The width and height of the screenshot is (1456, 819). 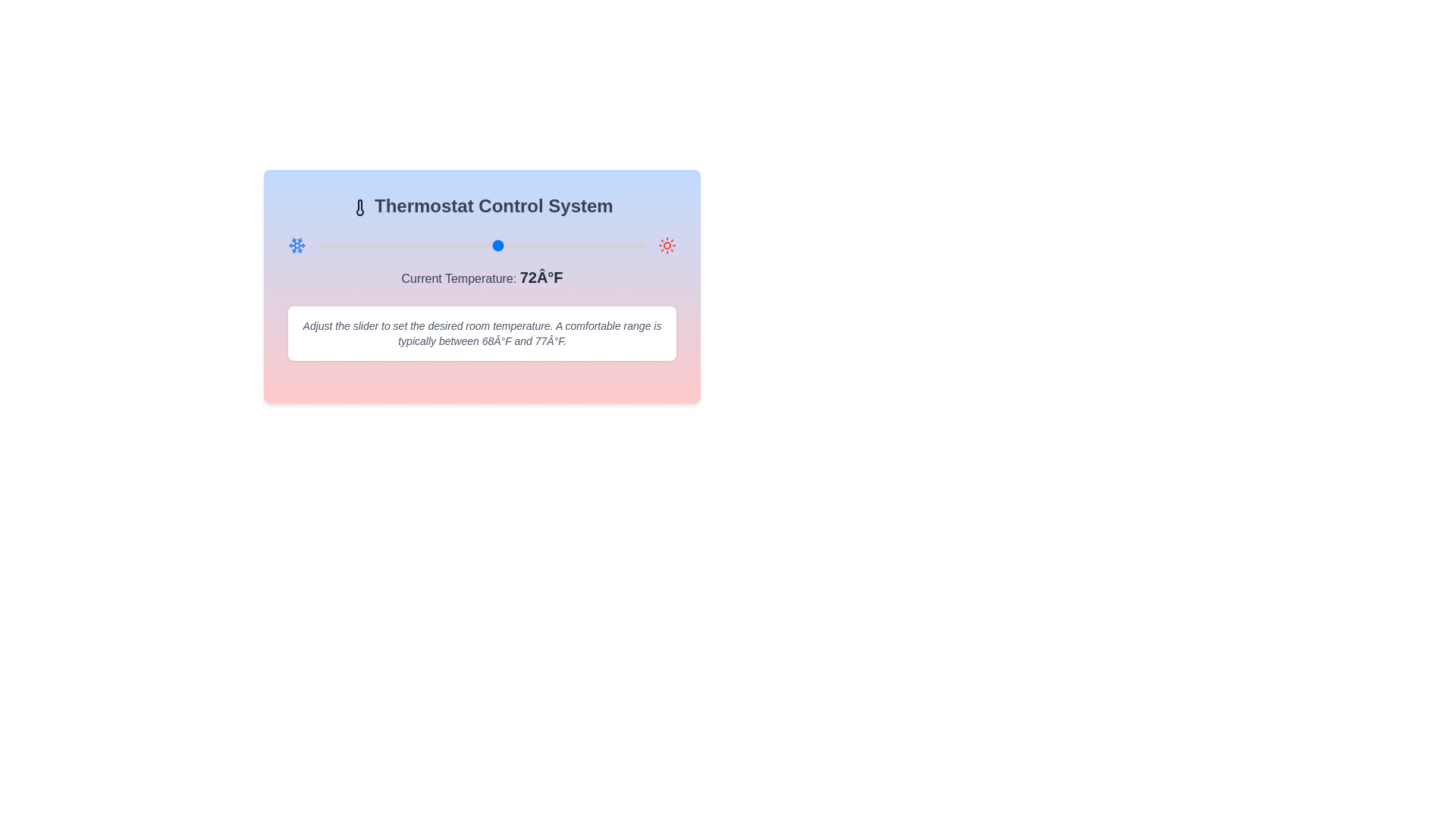 I want to click on the temperature slider to set the temperature to 74°F, so click(x=515, y=245).